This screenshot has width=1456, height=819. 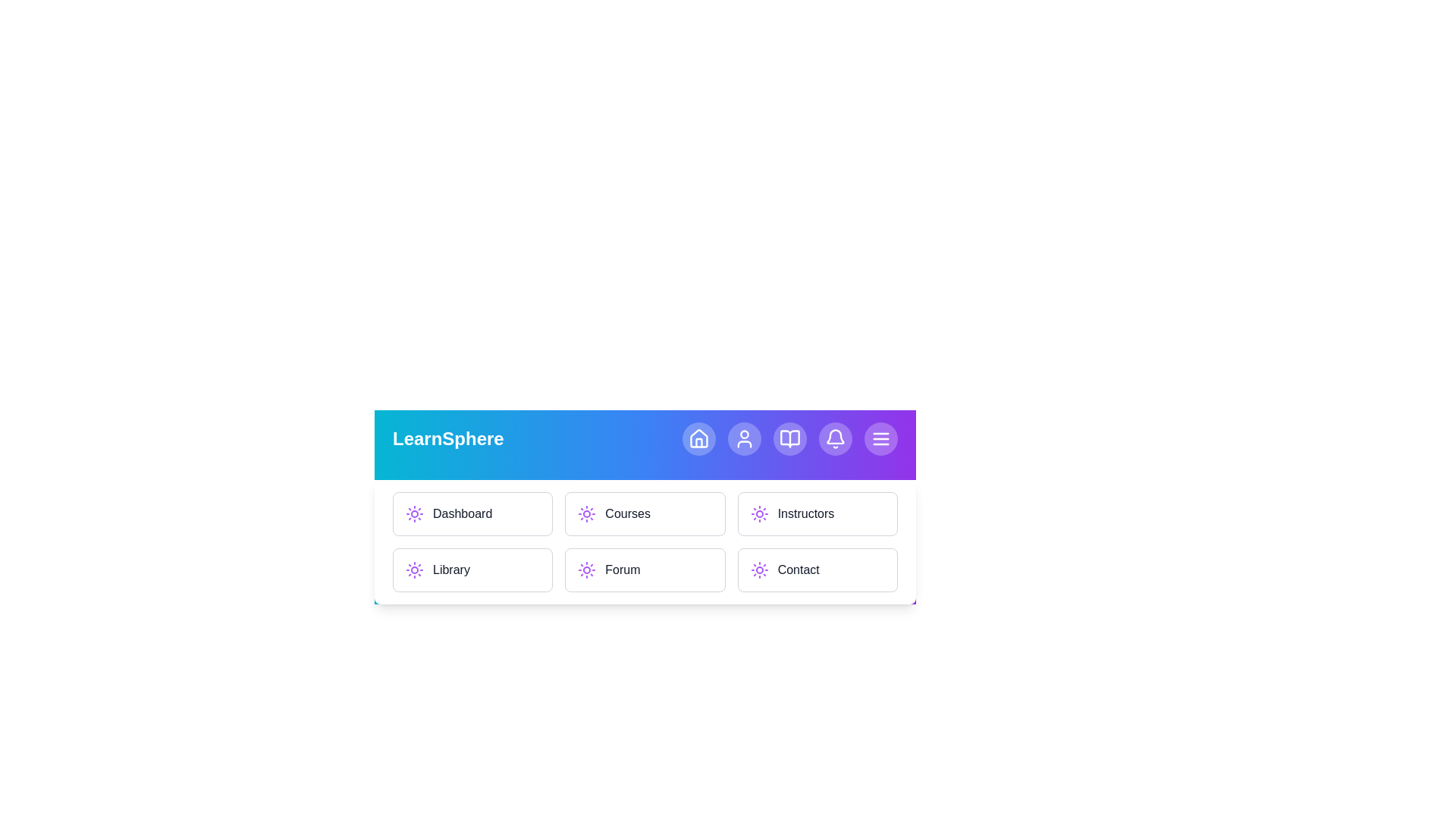 What do you see at coordinates (789, 438) in the screenshot?
I see `the BookOpen navigation icon` at bounding box center [789, 438].